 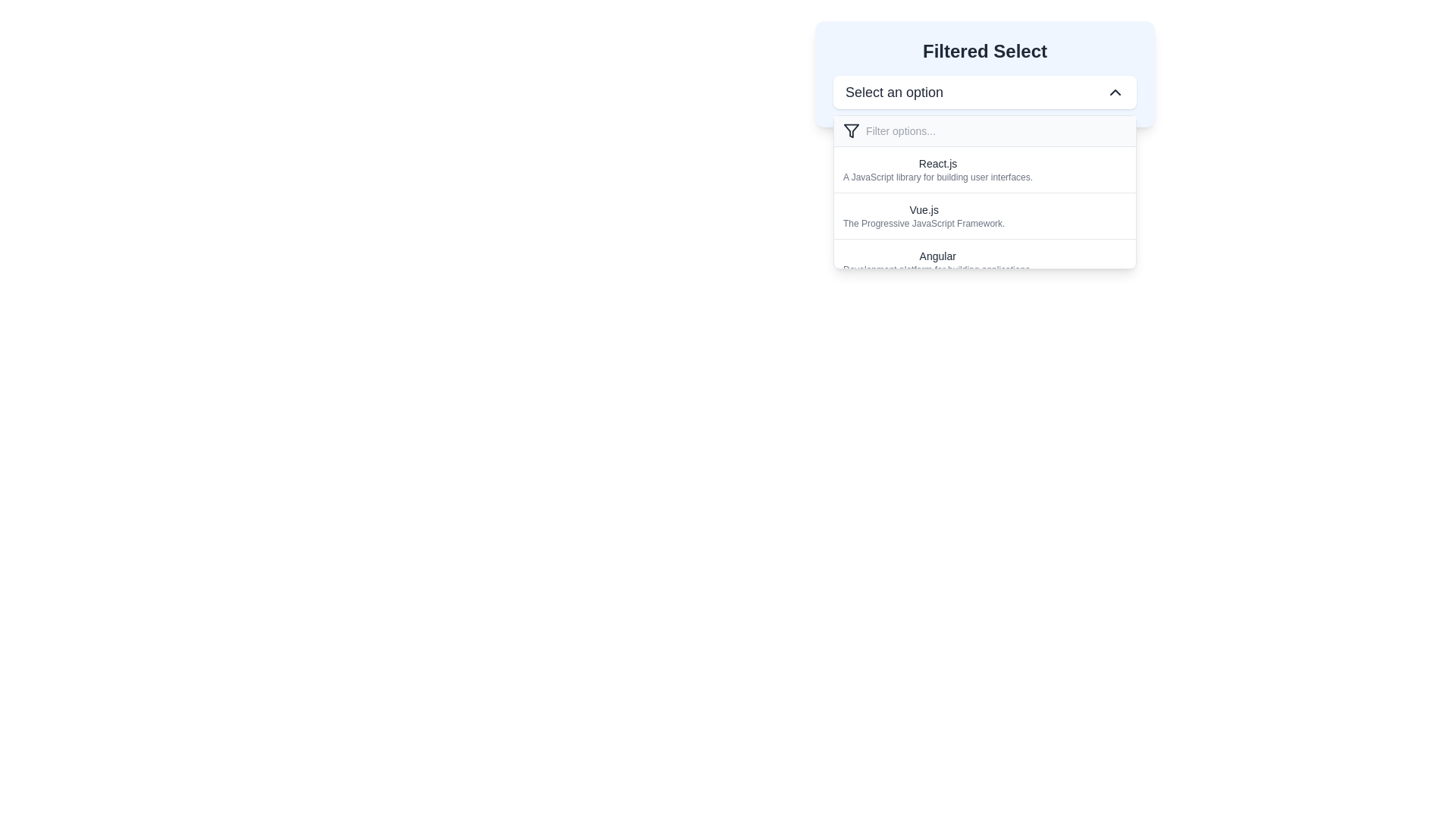 I want to click on the filtering options icon located within the dropdown menu, to the left of the 'Filter options...' text input field, so click(x=852, y=130).